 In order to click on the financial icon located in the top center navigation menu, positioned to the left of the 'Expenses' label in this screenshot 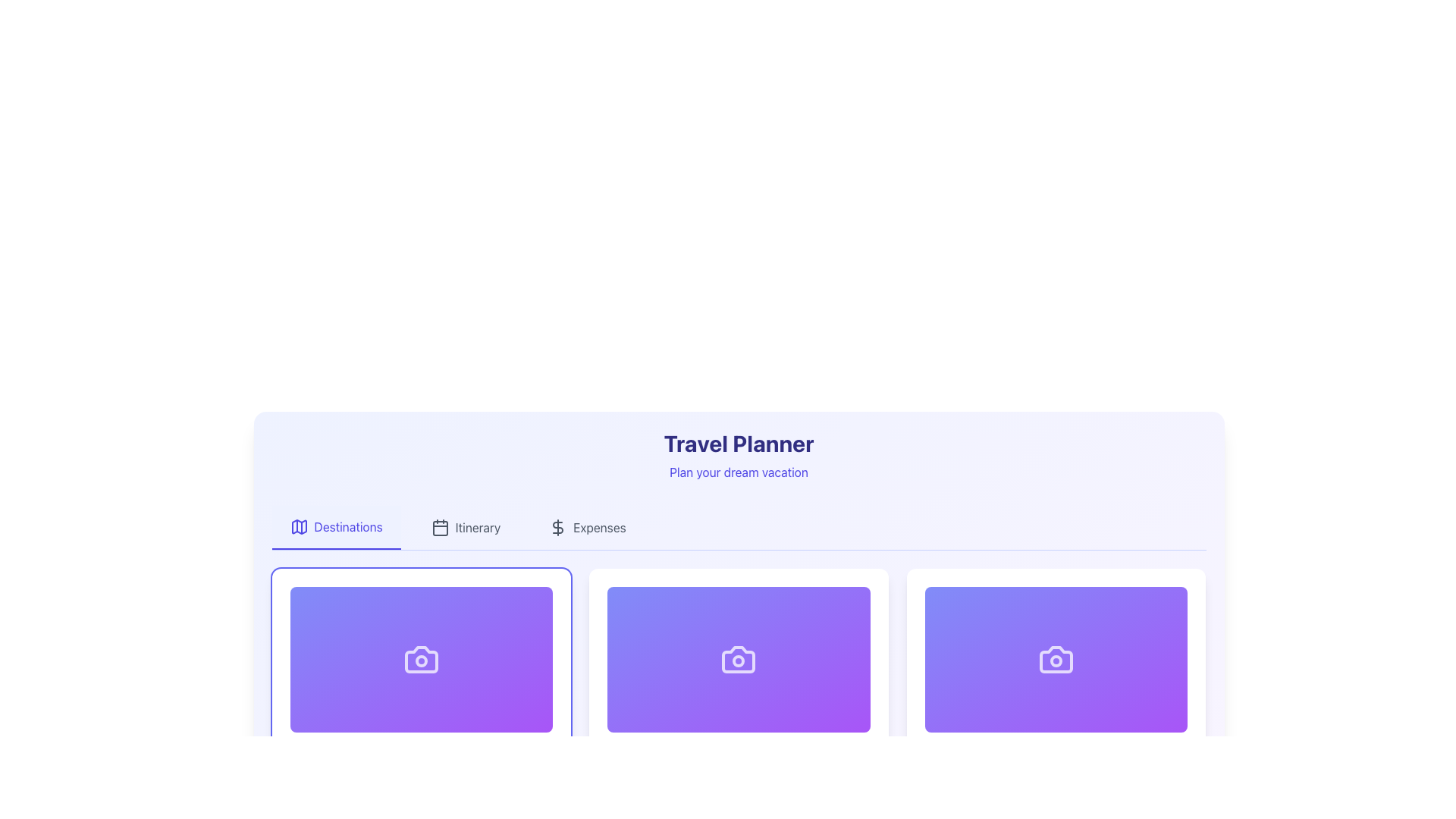, I will do `click(557, 526)`.